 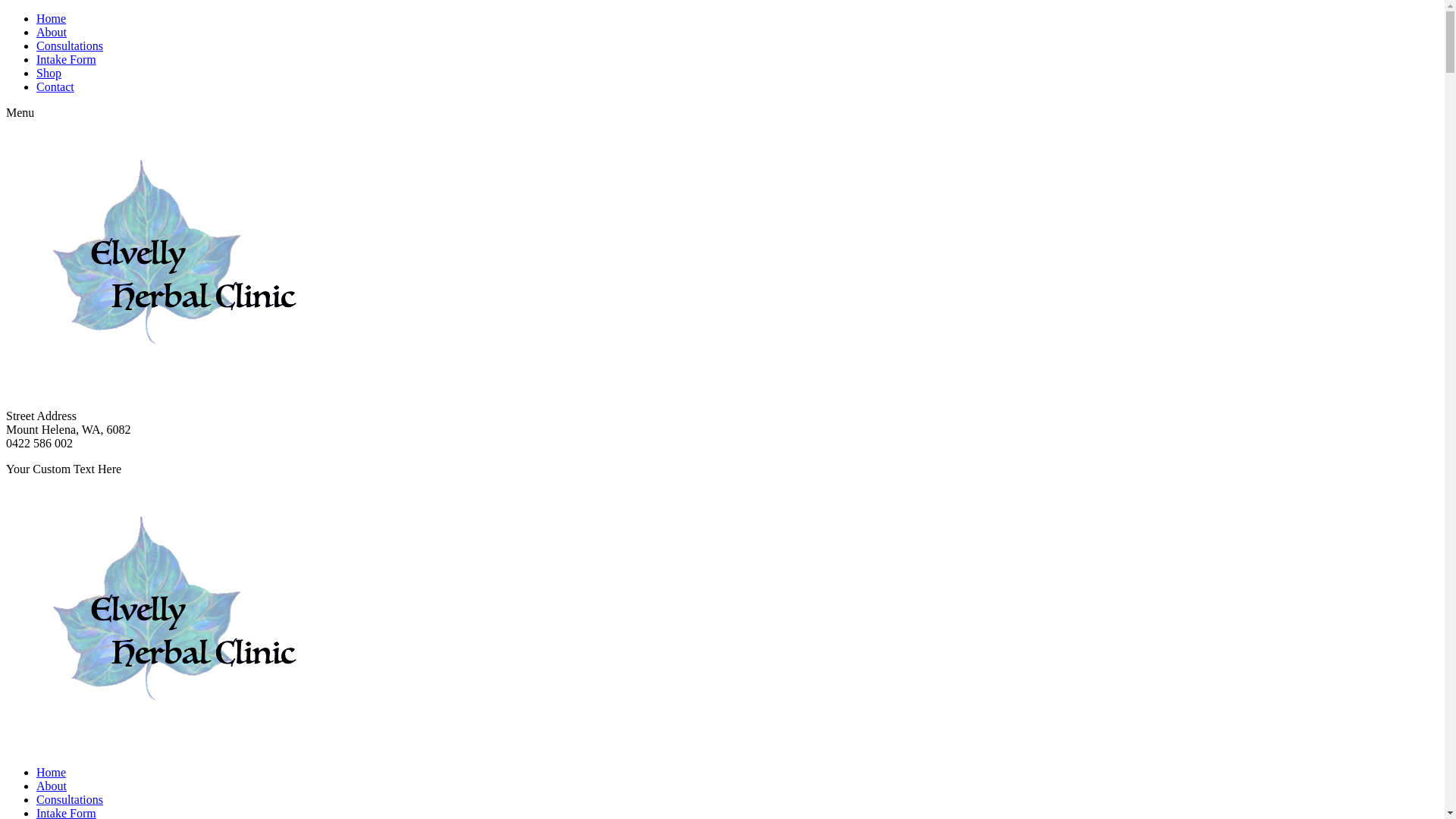 What do you see at coordinates (49, 73) in the screenshot?
I see `'Shop'` at bounding box center [49, 73].